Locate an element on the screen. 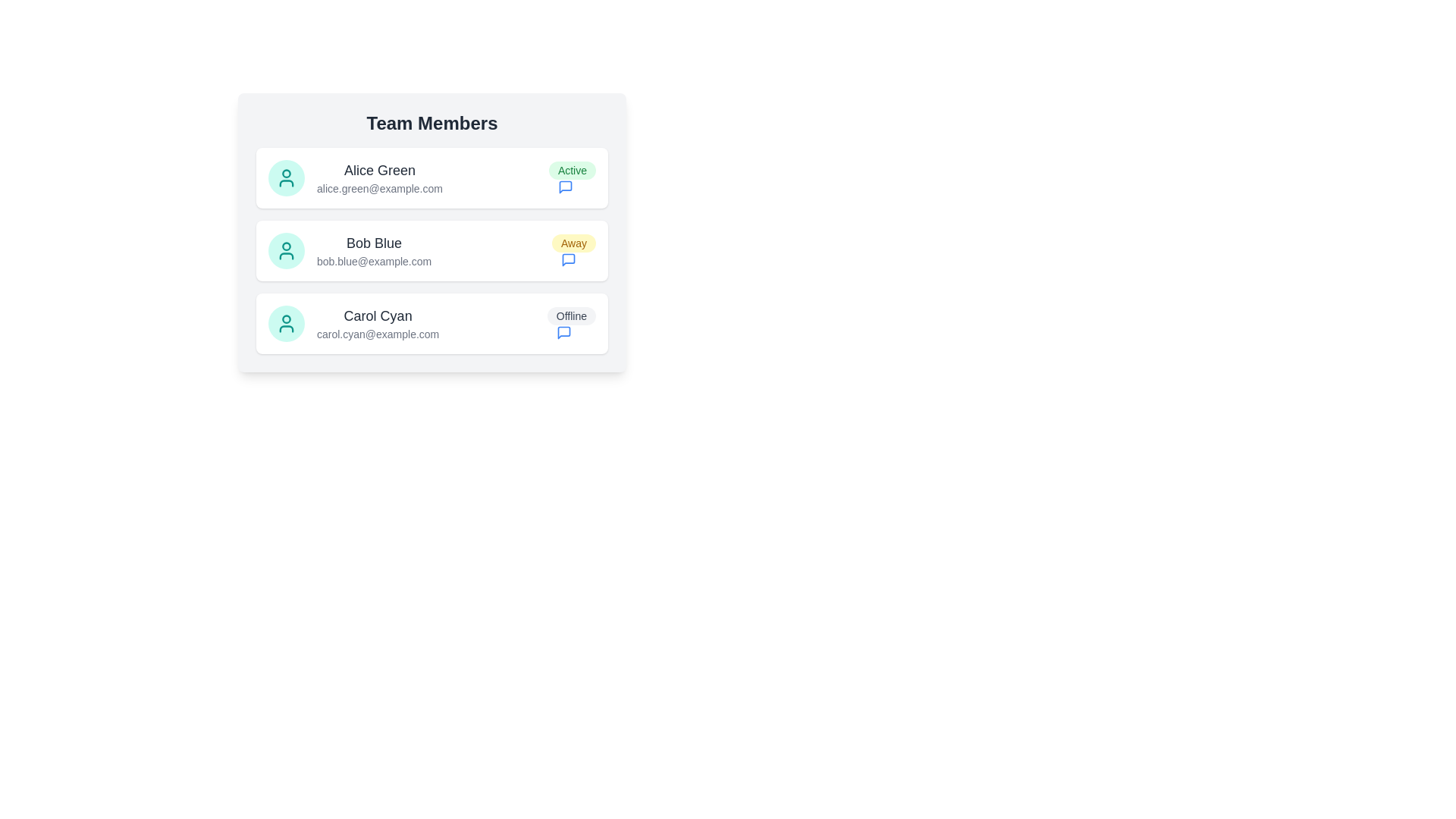  the graphical representation (circle) indicating status or profile detail next to 'Alice Green' in the Team Members list is located at coordinates (287, 172).